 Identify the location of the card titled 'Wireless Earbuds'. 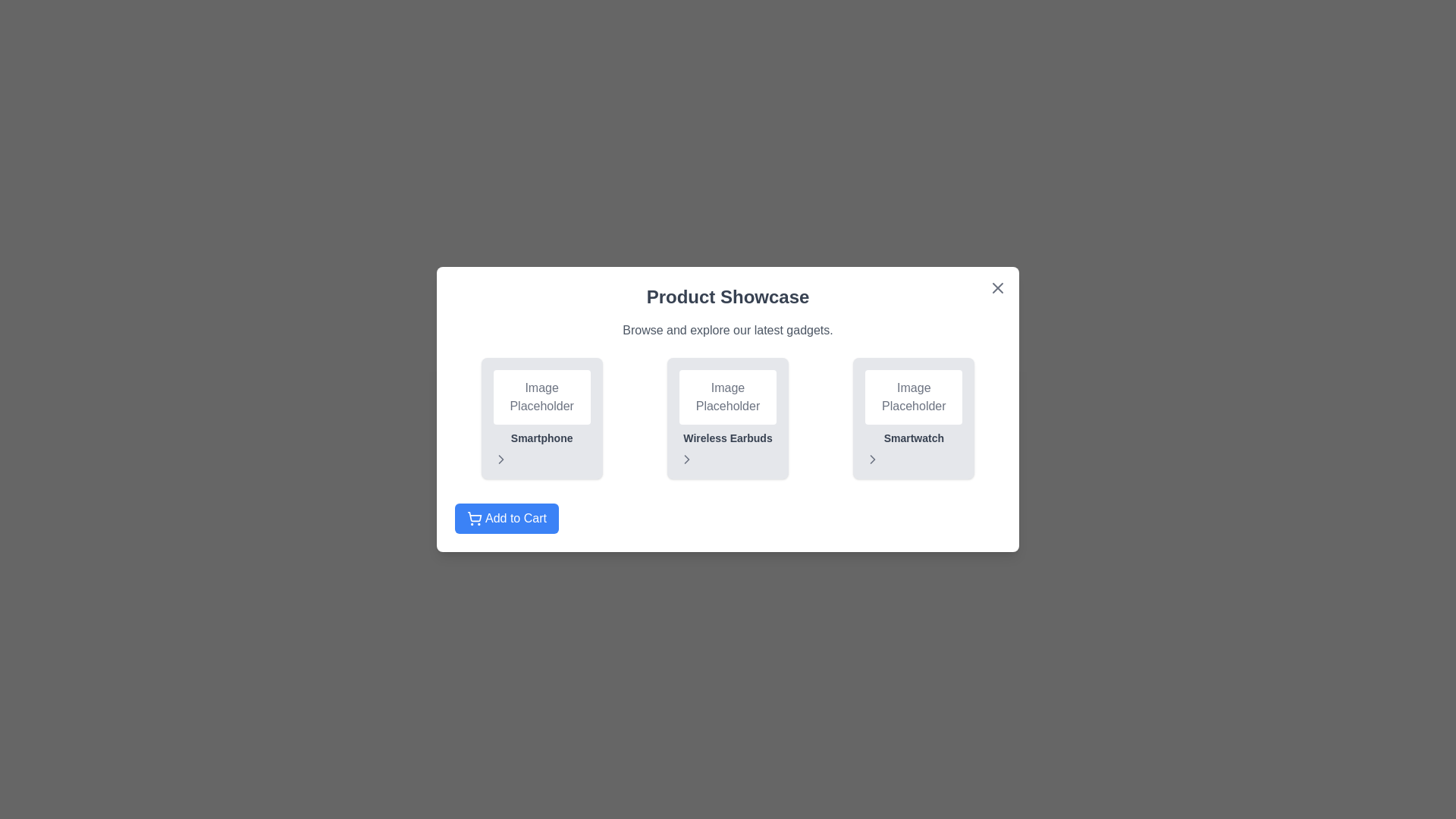
(728, 418).